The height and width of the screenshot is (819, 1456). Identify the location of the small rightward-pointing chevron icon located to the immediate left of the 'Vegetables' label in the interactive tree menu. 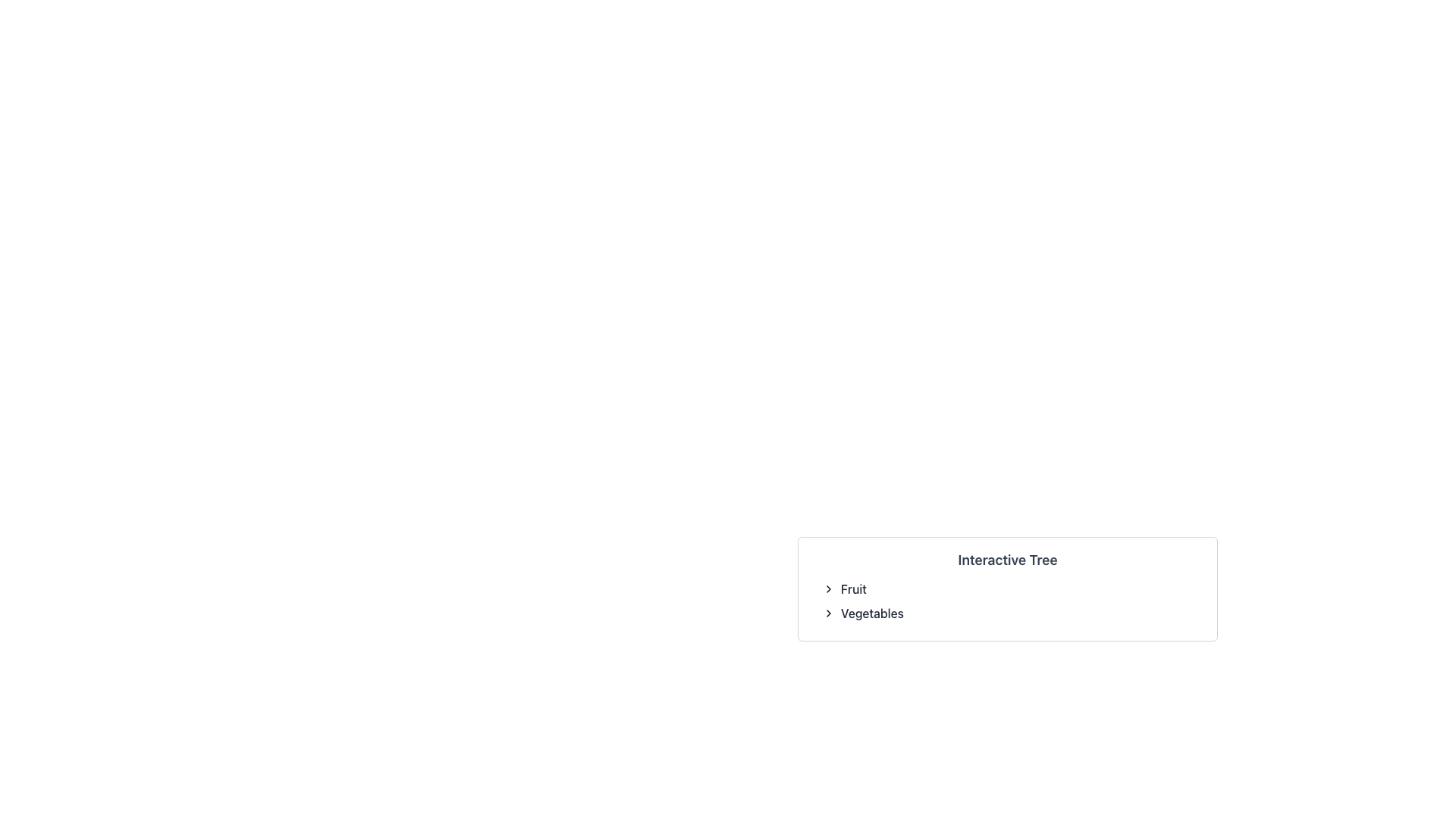
(828, 613).